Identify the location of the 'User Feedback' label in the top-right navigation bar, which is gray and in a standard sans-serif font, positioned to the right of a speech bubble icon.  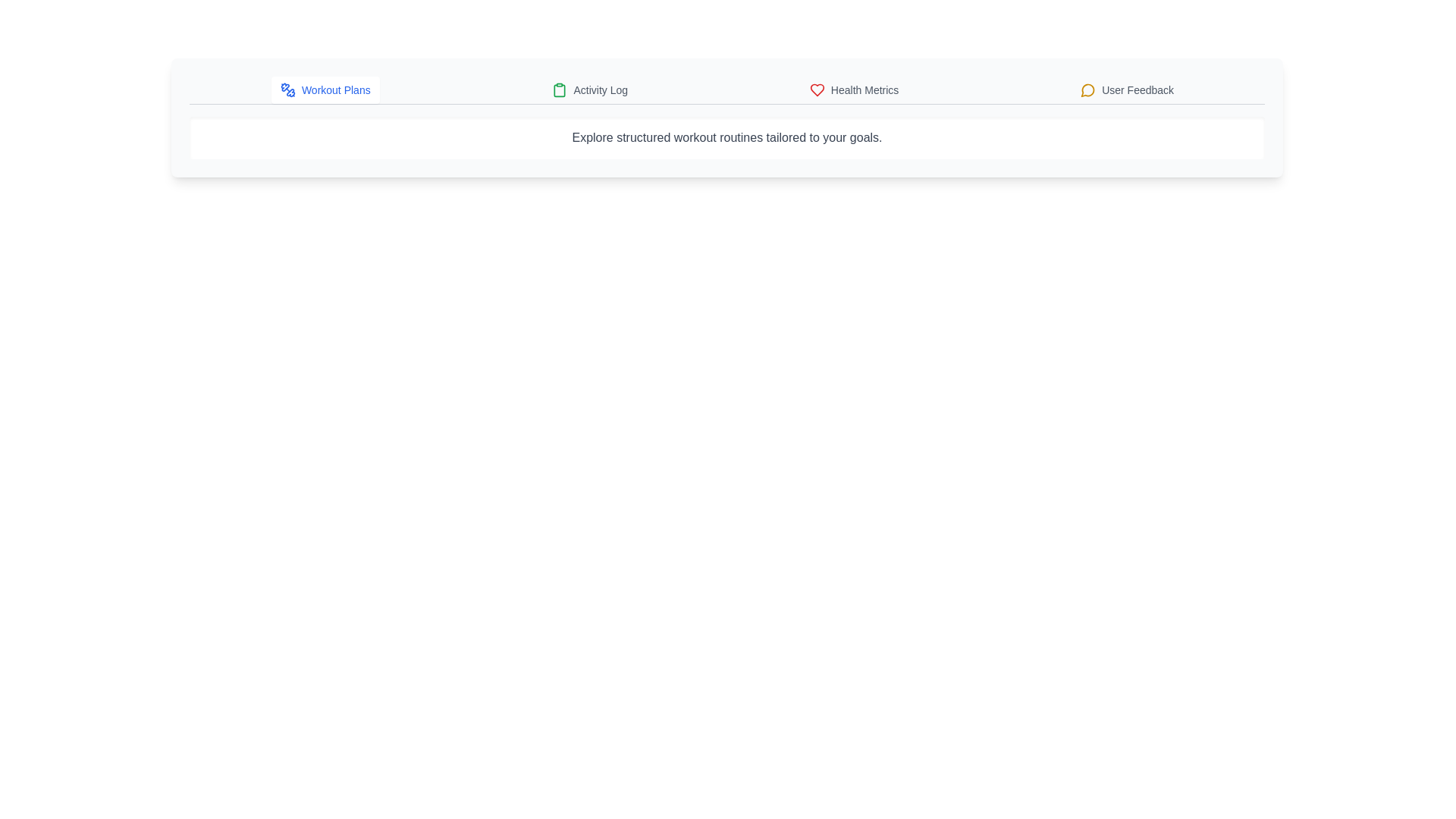
(1137, 90).